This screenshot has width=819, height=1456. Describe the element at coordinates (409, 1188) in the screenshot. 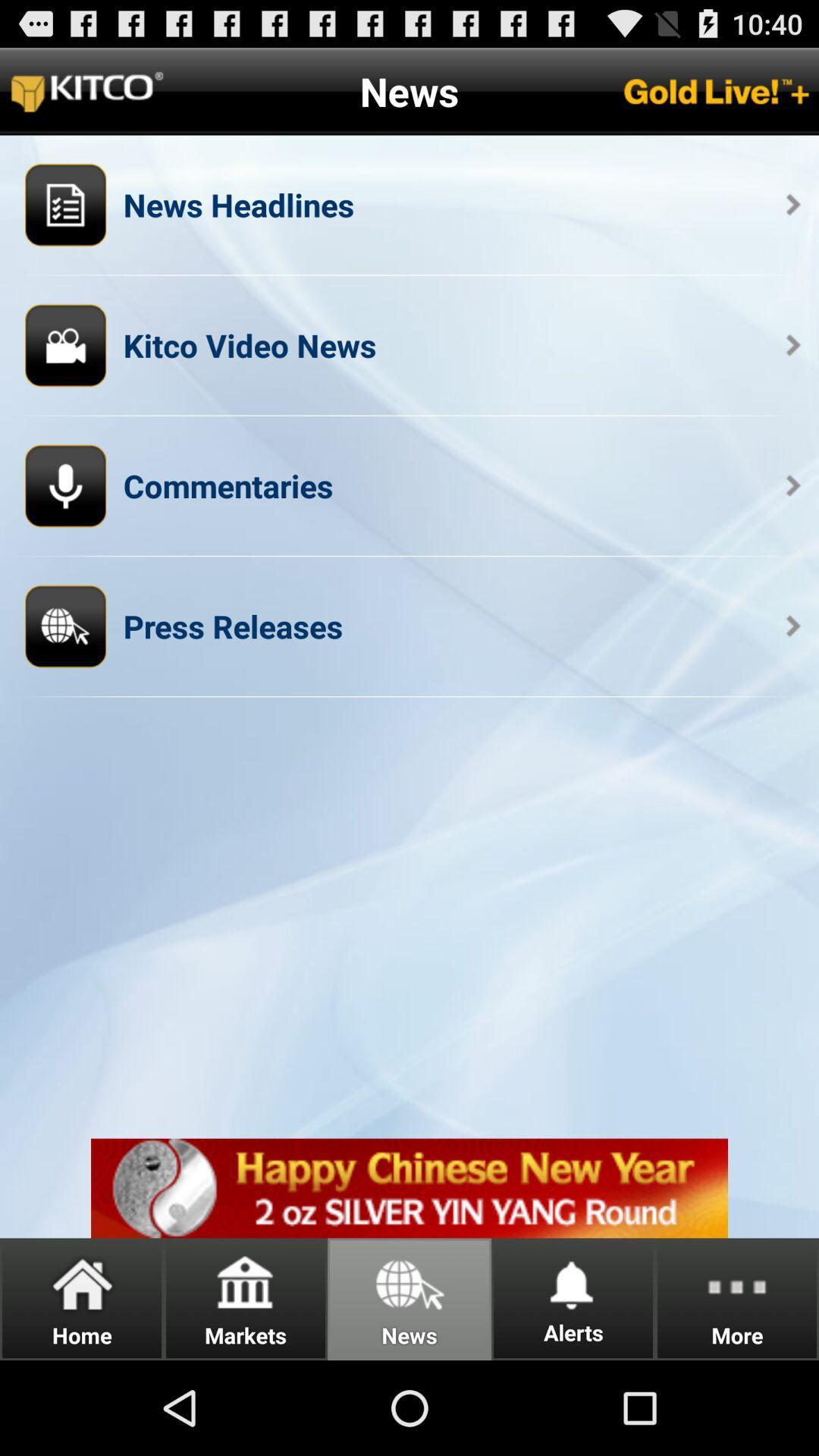

I see `advertisement` at that location.